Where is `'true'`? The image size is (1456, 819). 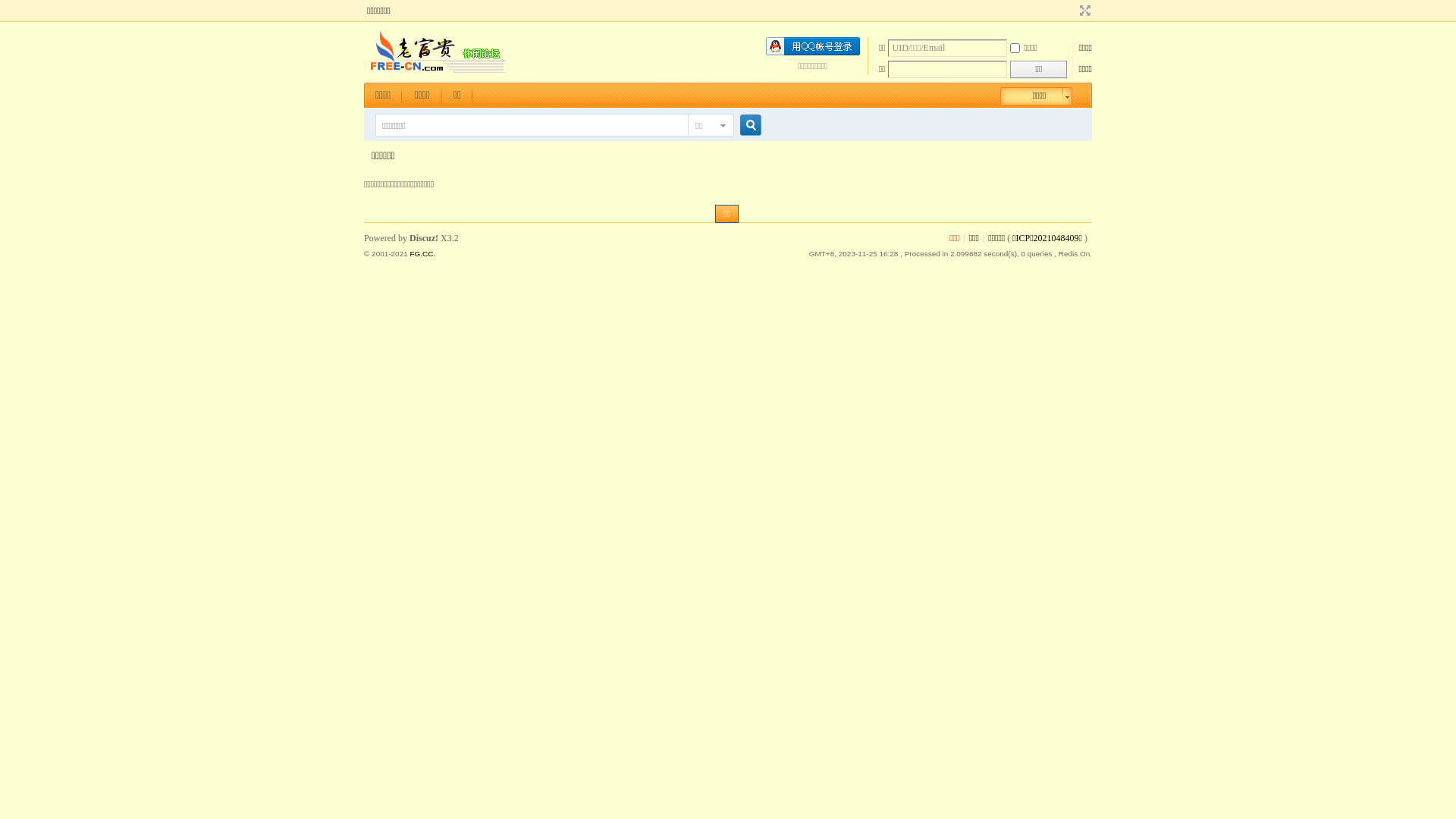 'true' is located at coordinates (745, 124).